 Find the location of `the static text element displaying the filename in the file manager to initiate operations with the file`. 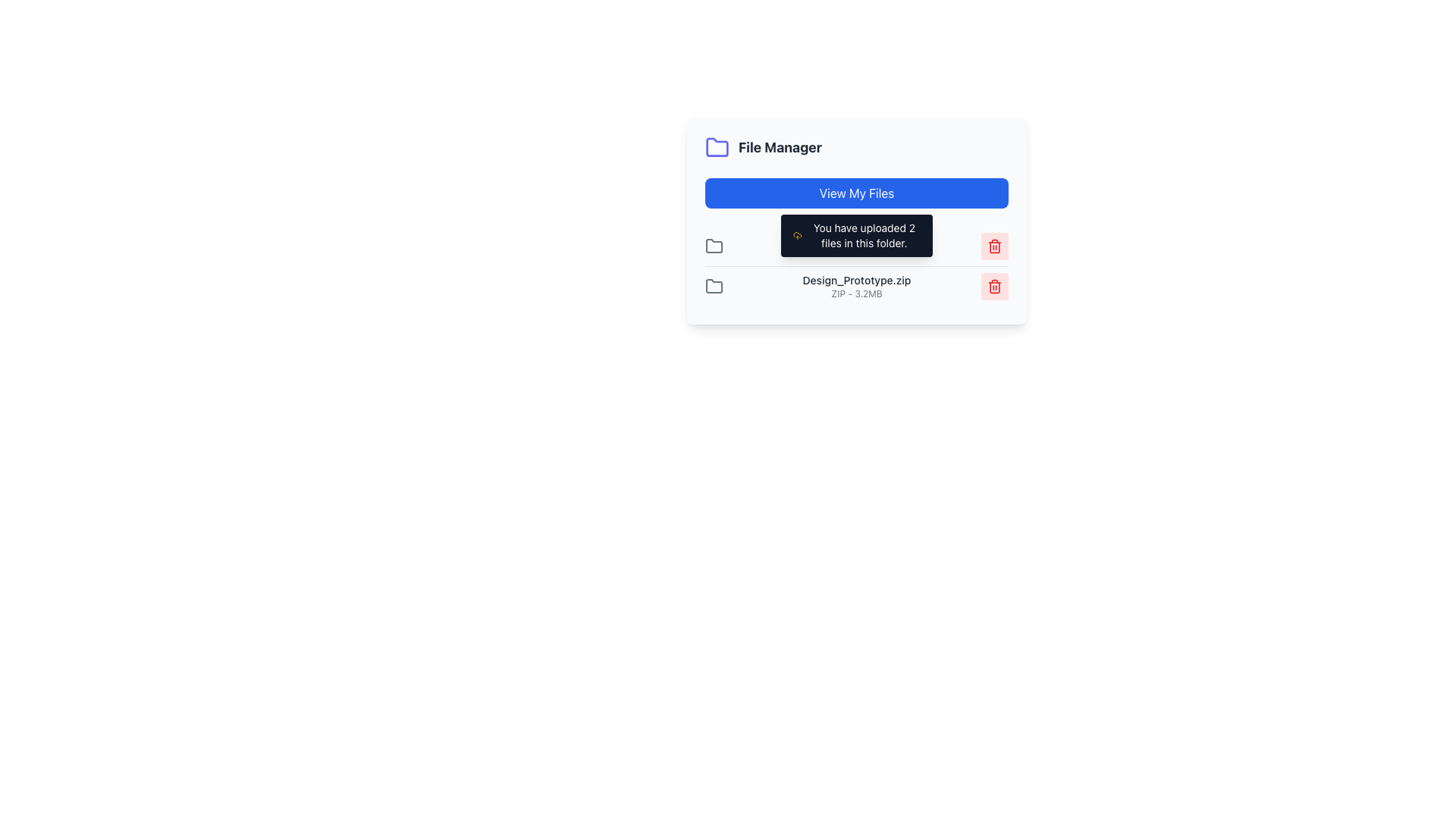

the static text element displaying the filename in the file manager to initiate operations with the file is located at coordinates (856, 287).